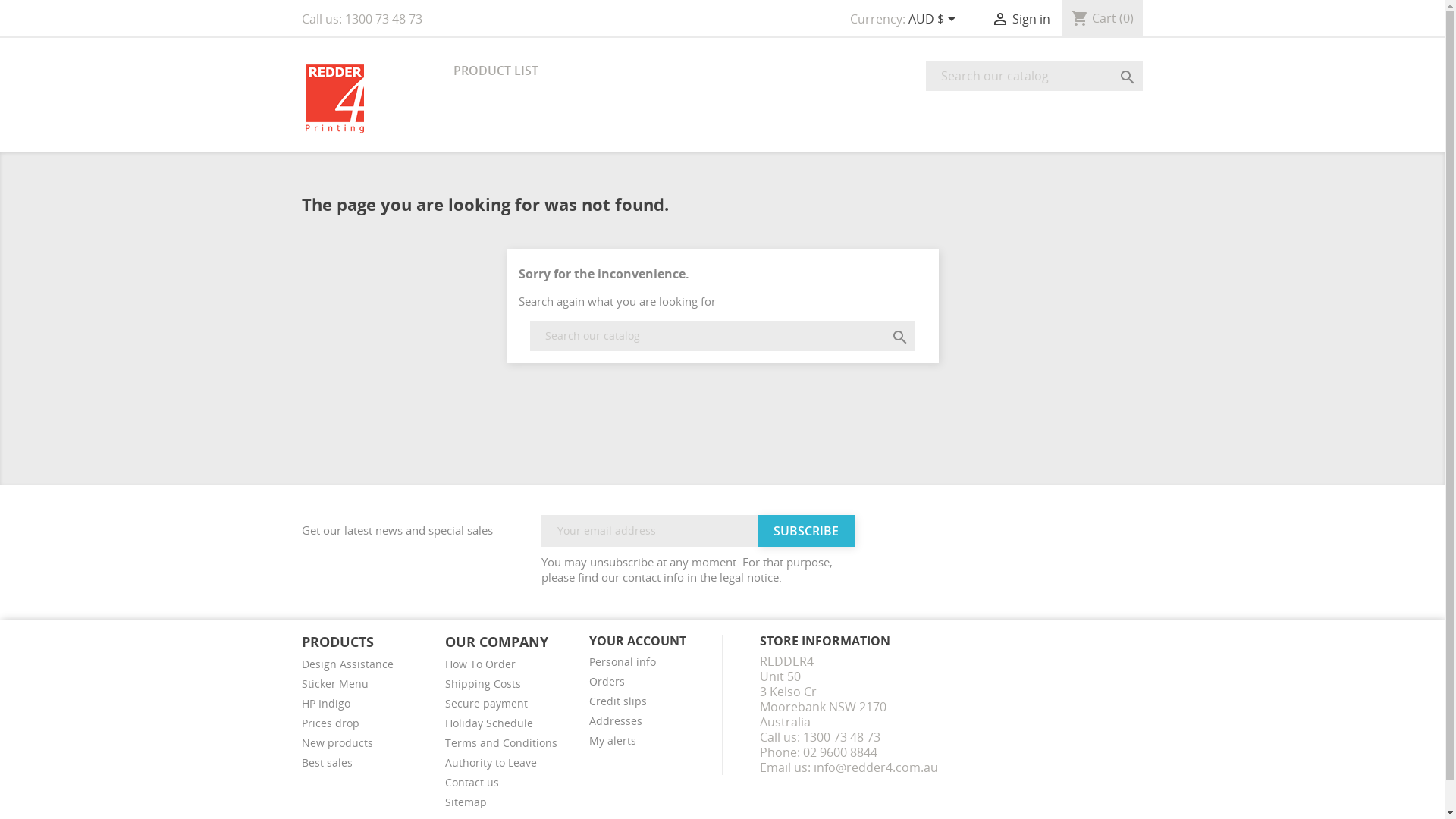 This screenshot has width=1456, height=819. What do you see at coordinates (607, 680) in the screenshot?
I see `'Orders'` at bounding box center [607, 680].